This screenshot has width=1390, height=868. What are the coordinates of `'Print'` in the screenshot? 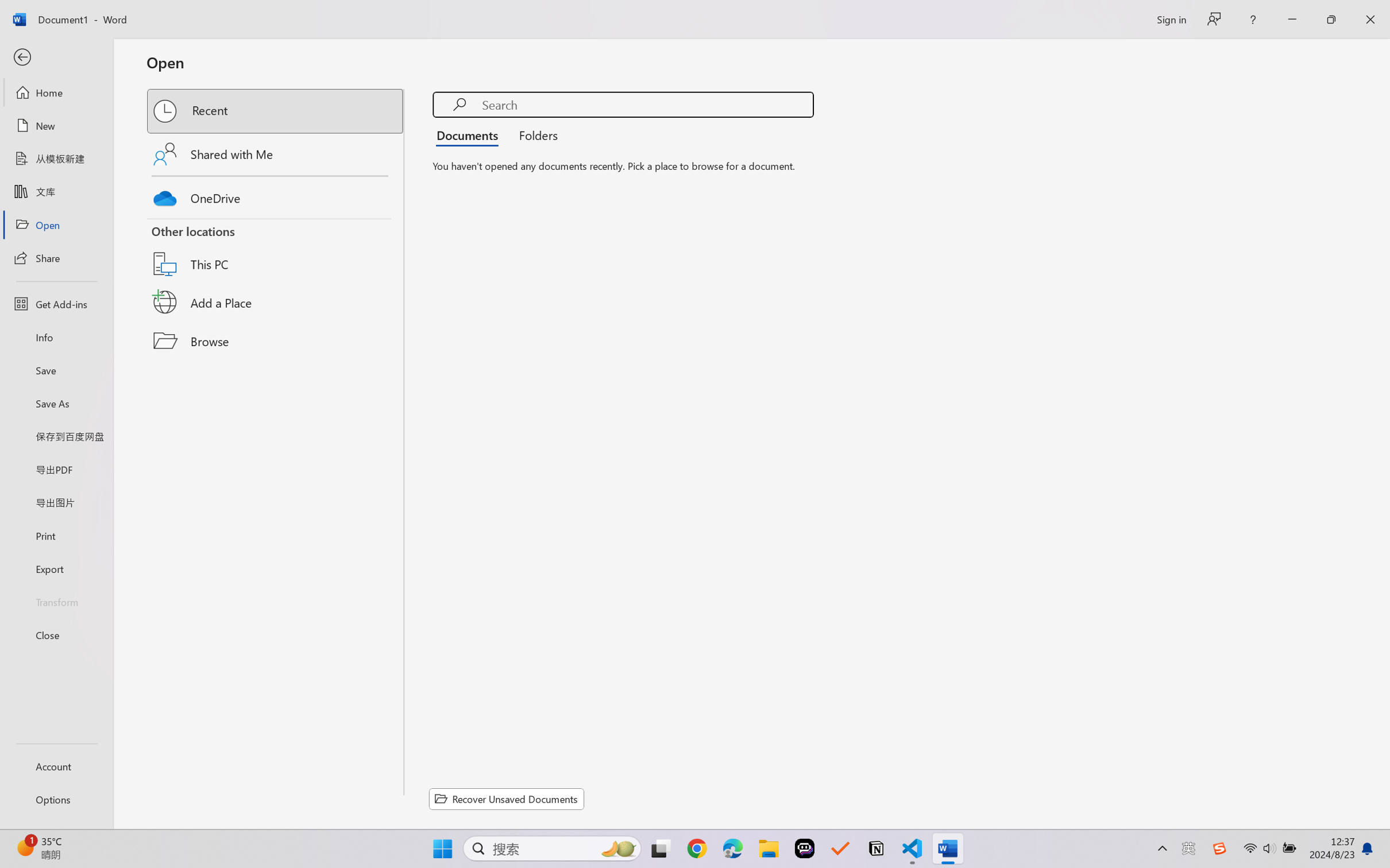 It's located at (56, 536).